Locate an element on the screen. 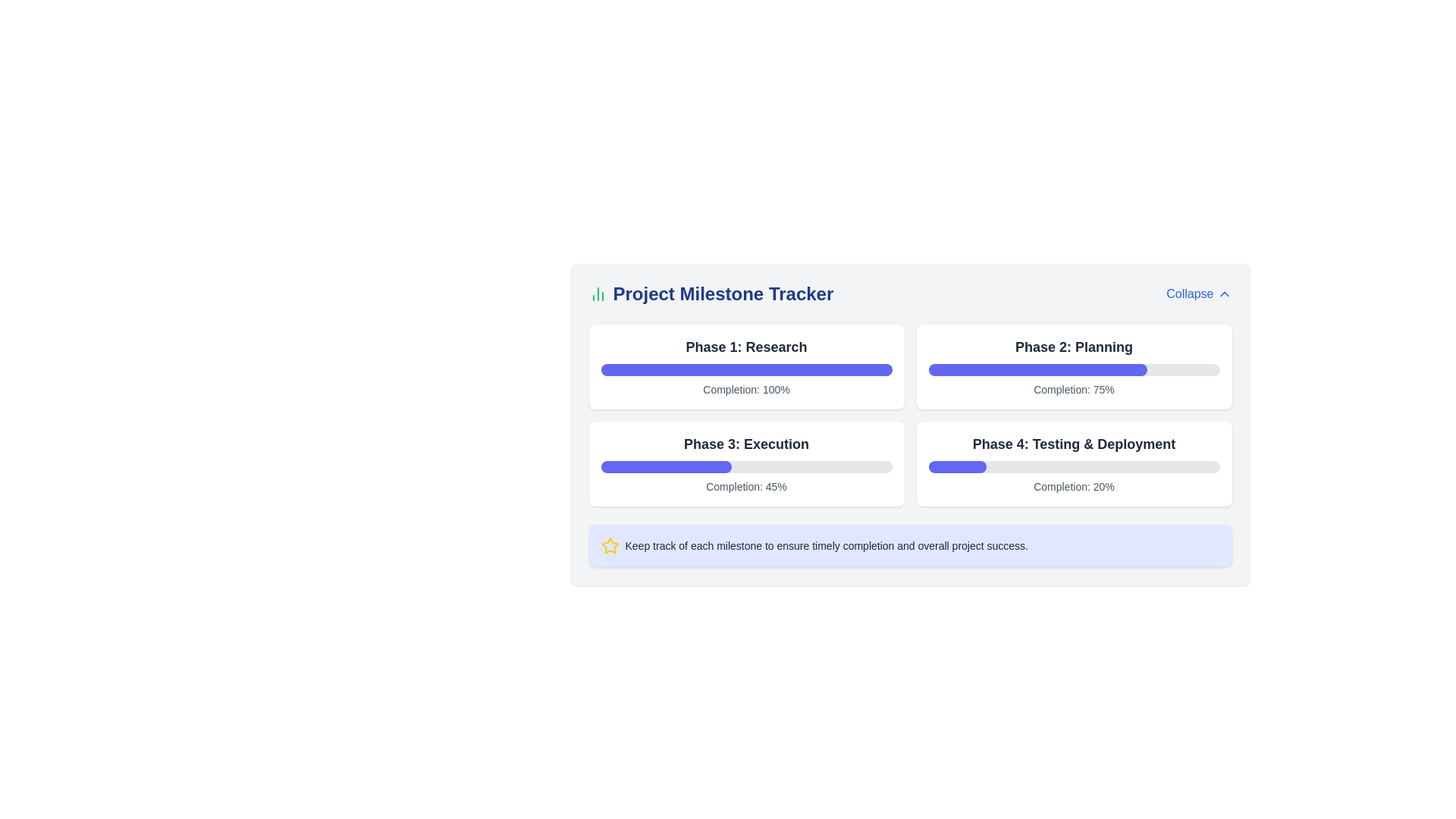  the completion status of the progress indicator, which is a blue filled horizontal bar representing 45% completion, located below the text 'Phase 3: Execution' is located at coordinates (666, 466).